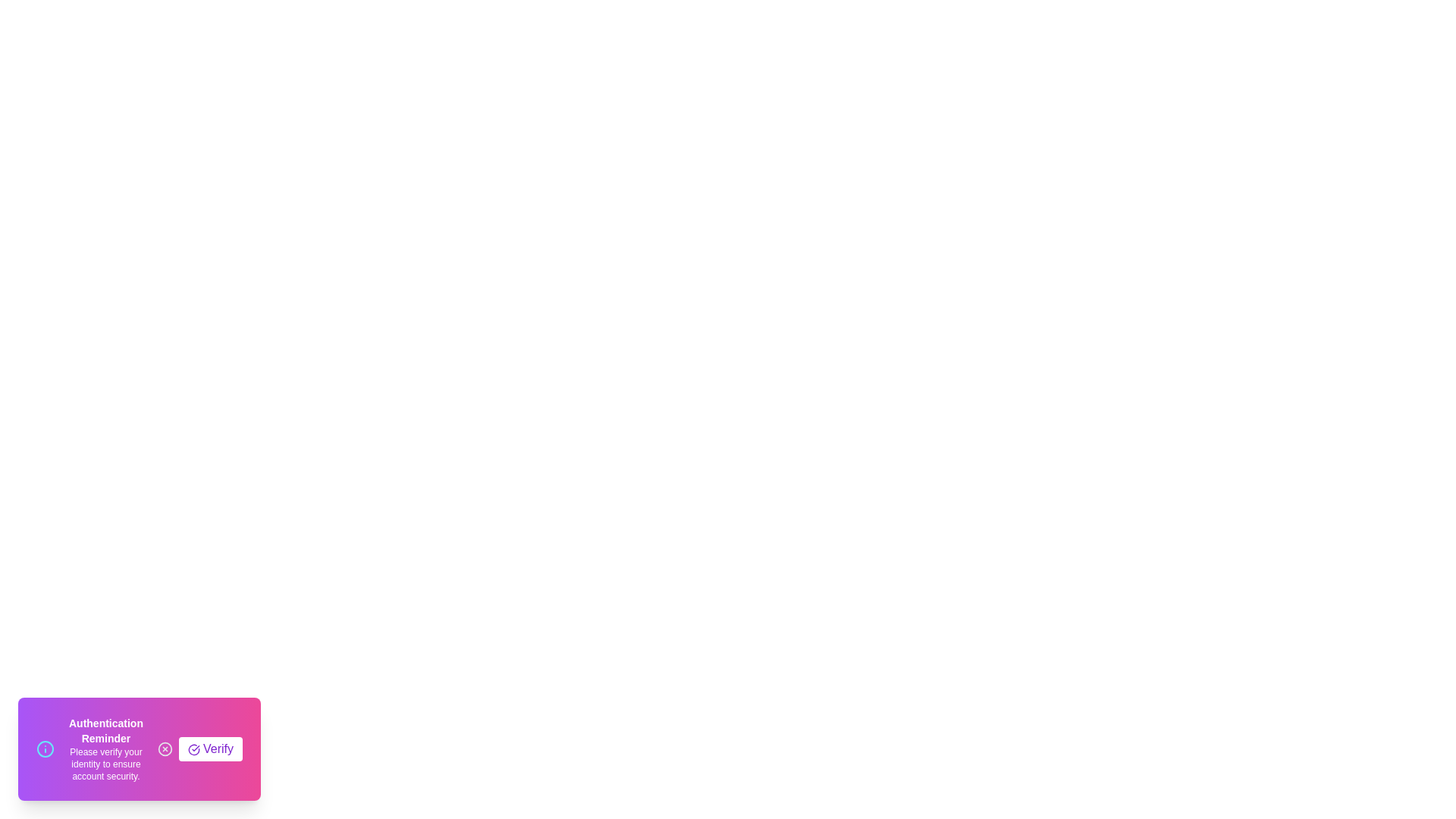 This screenshot has width=1456, height=819. What do you see at coordinates (165, 748) in the screenshot?
I see `the close button to dismiss the snackbar` at bounding box center [165, 748].